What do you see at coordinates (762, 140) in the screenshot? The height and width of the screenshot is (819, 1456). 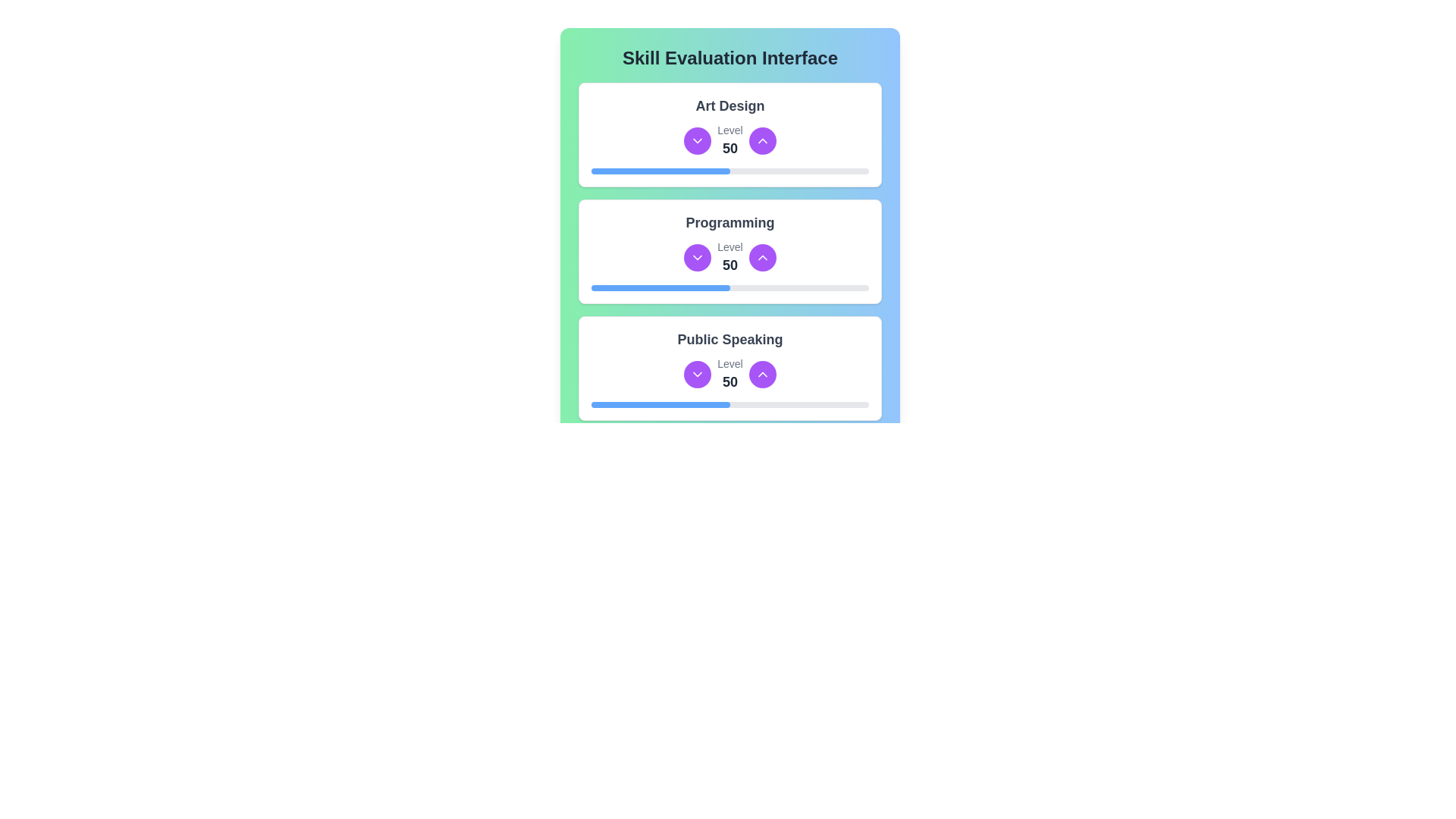 I see `the circular button with a purple background and a white upward arrow icon located in the upper-right corner of the 'Art Design' skill evaluation section to increment the level` at bounding box center [762, 140].